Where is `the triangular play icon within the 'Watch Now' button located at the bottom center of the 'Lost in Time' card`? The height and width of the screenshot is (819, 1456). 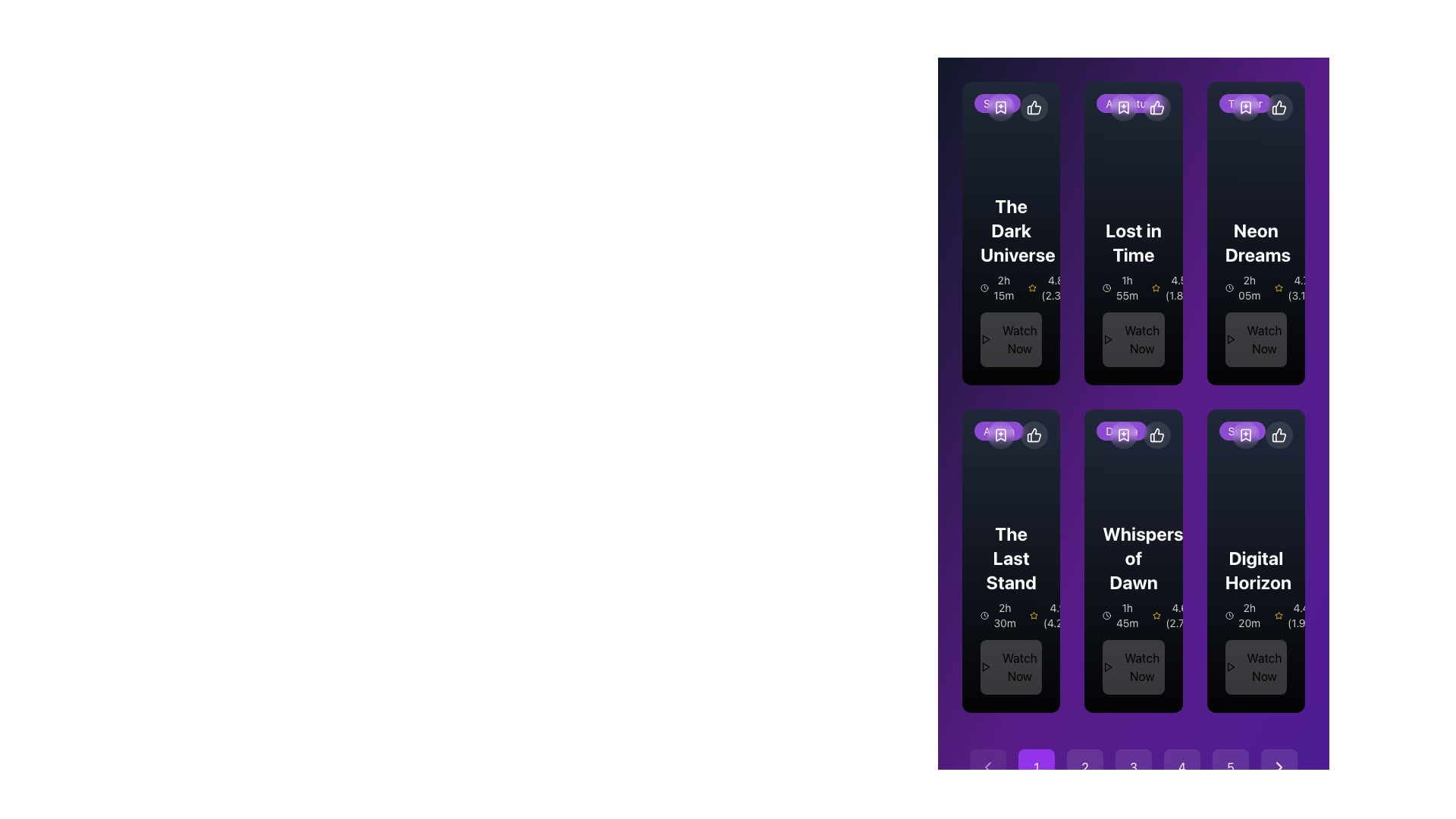
the triangular play icon within the 'Watch Now' button located at the bottom center of the 'Lost in Time' card is located at coordinates (1108, 338).